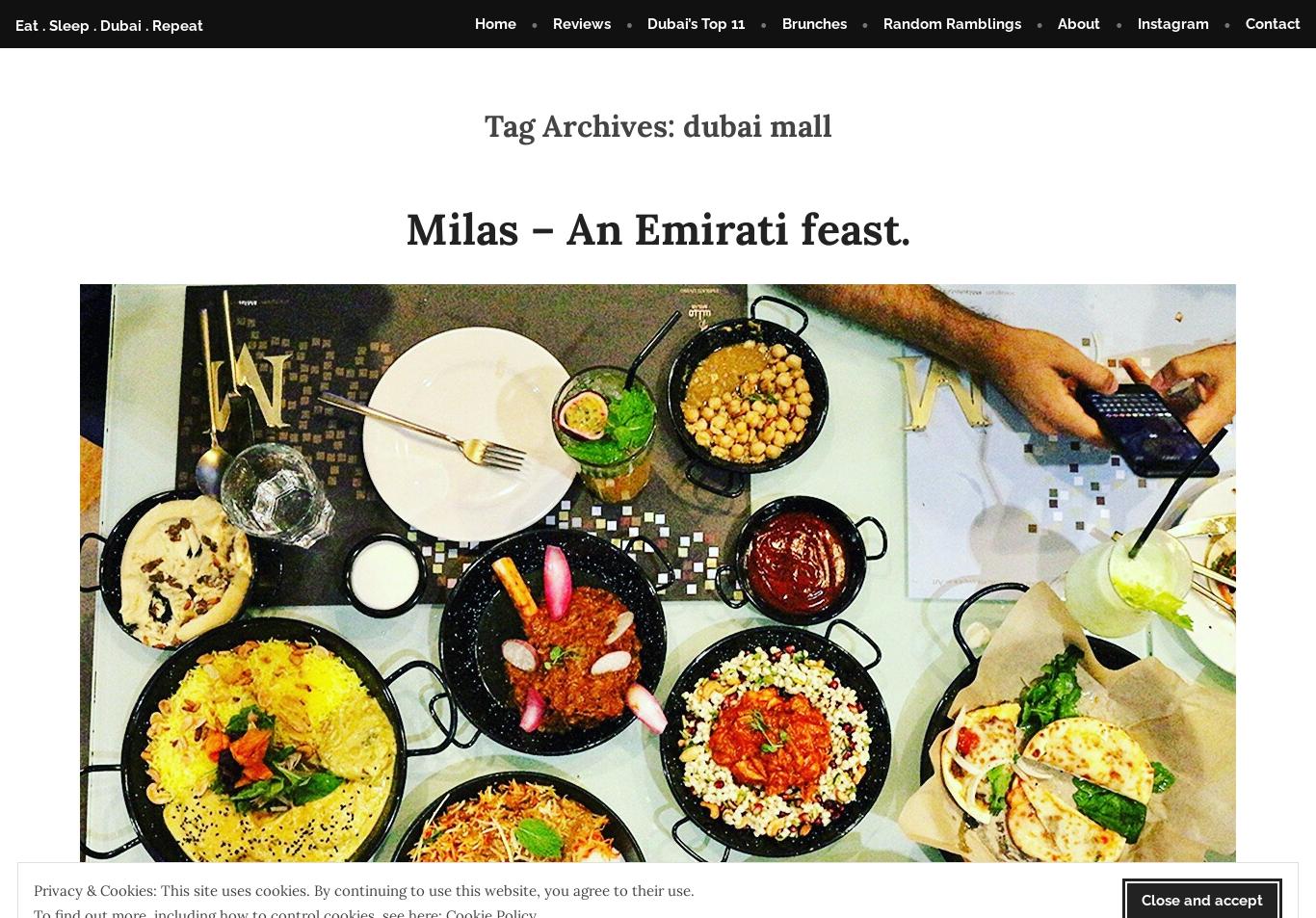 The height and width of the screenshot is (918, 1316). Describe the element at coordinates (1272, 22) in the screenshot. I see `'Contact'` at that location.